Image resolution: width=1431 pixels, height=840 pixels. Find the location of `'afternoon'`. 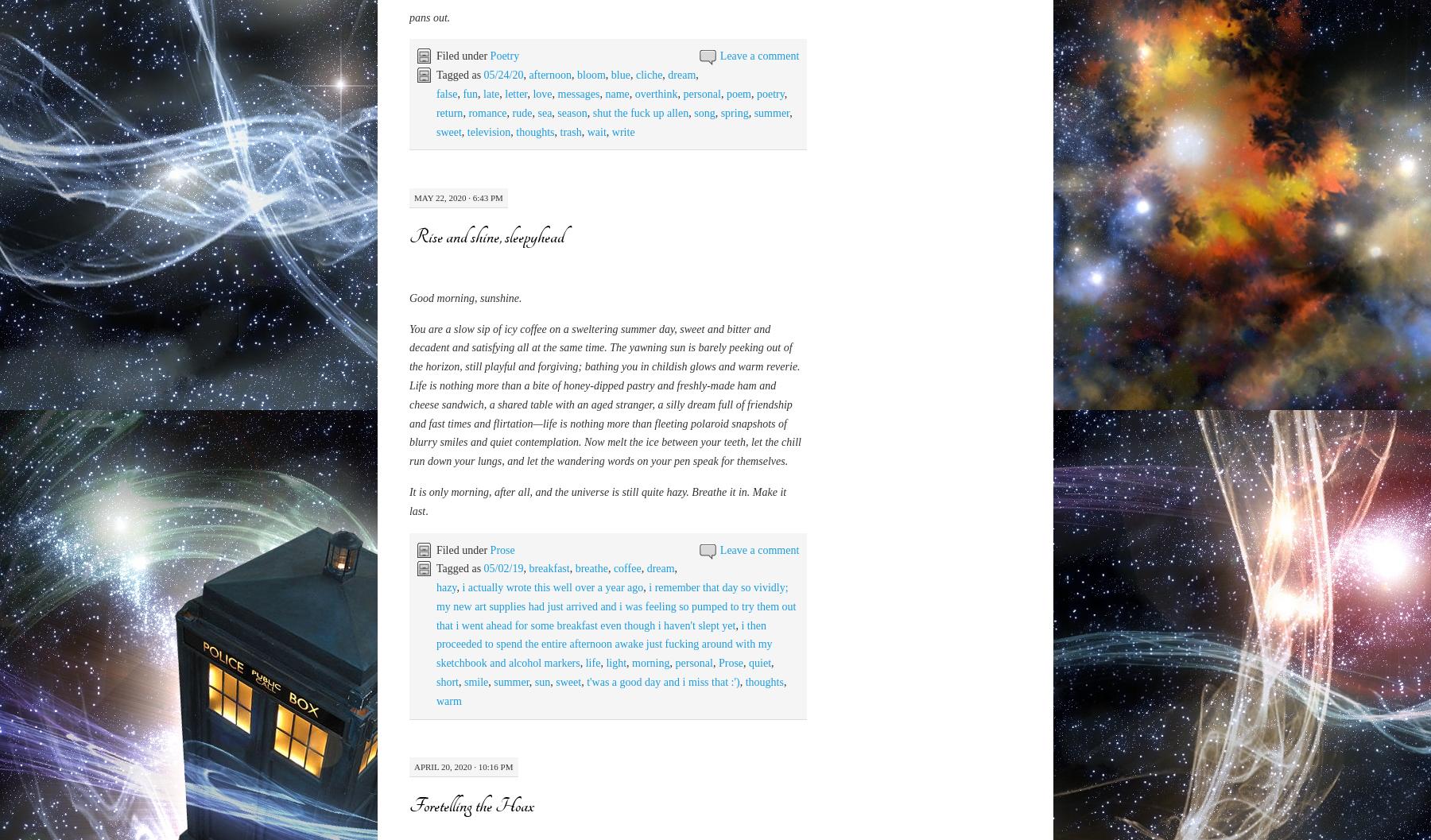

'afternoon' is located at coordinates (549, 718).